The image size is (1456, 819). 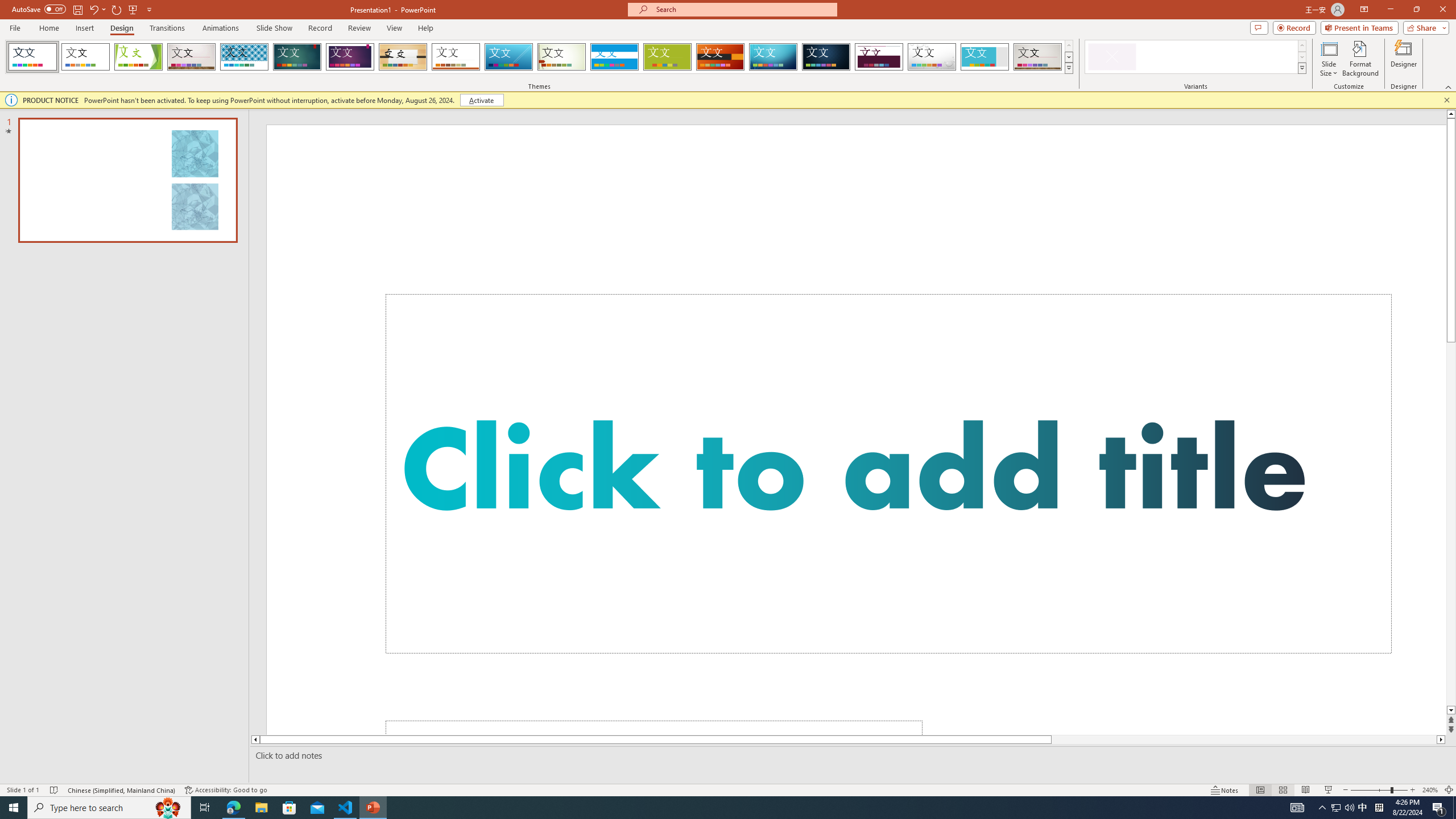 What do you see at coordinates (1259, 27) in the screenshot?
I see `'Comments'` at bounding box center [1259, 27].